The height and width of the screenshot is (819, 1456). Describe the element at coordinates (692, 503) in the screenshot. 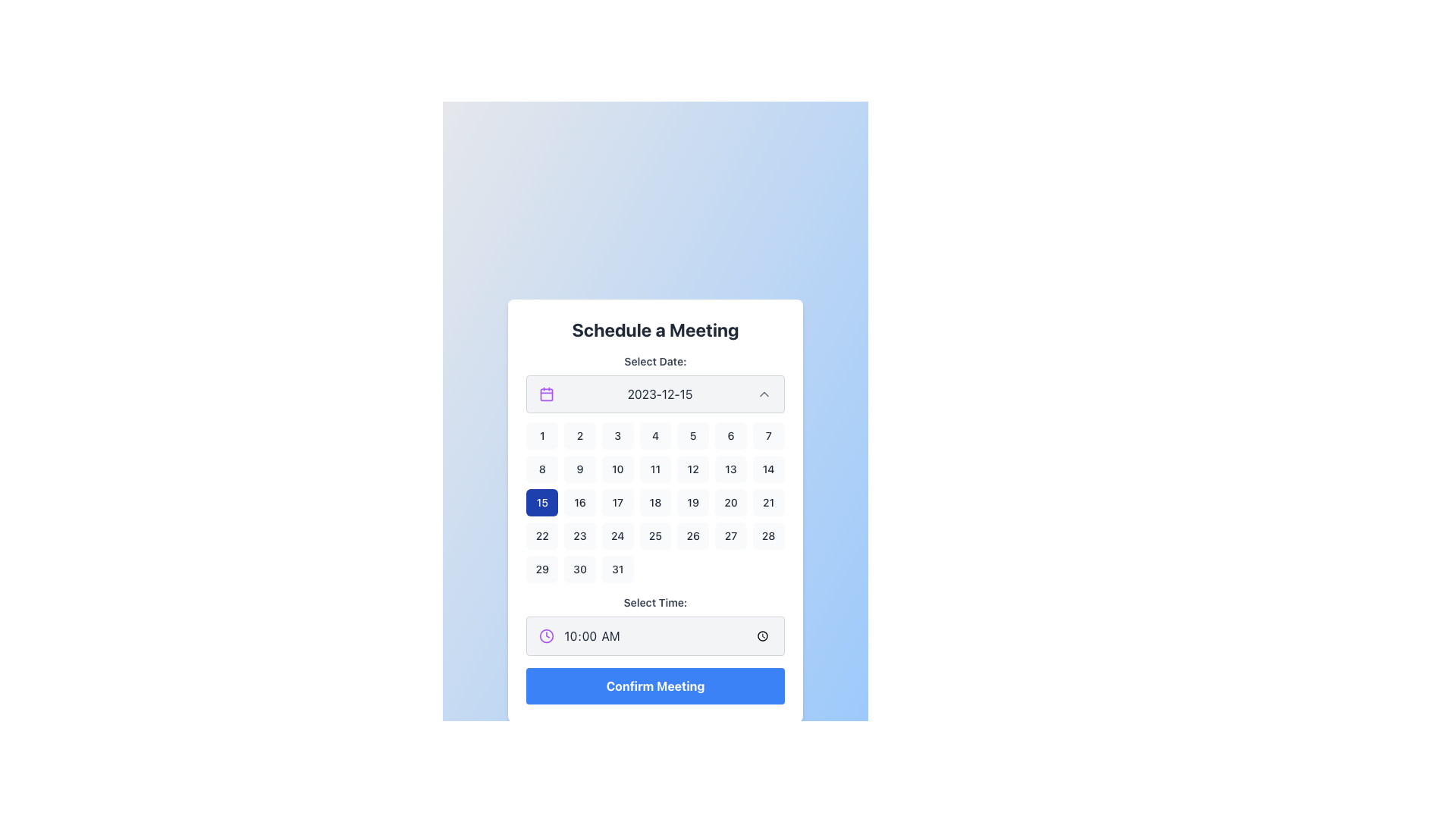

I see `the button representing the selectable day '19' in the calendar view` at that location.